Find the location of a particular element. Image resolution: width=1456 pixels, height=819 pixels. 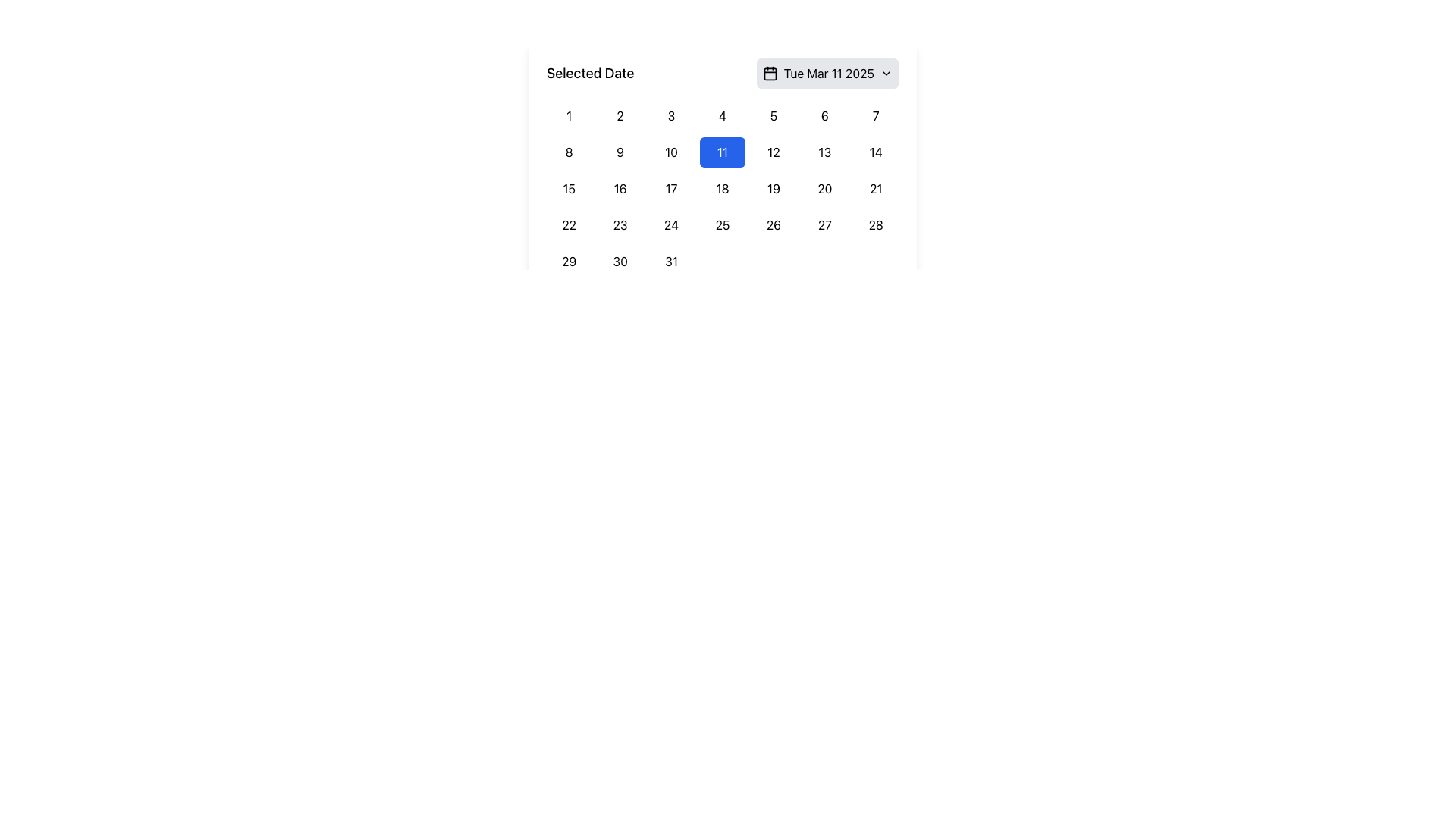

the button representing the date in the sixth row and seventh column of the calendar is located at coordinates (876, 188).